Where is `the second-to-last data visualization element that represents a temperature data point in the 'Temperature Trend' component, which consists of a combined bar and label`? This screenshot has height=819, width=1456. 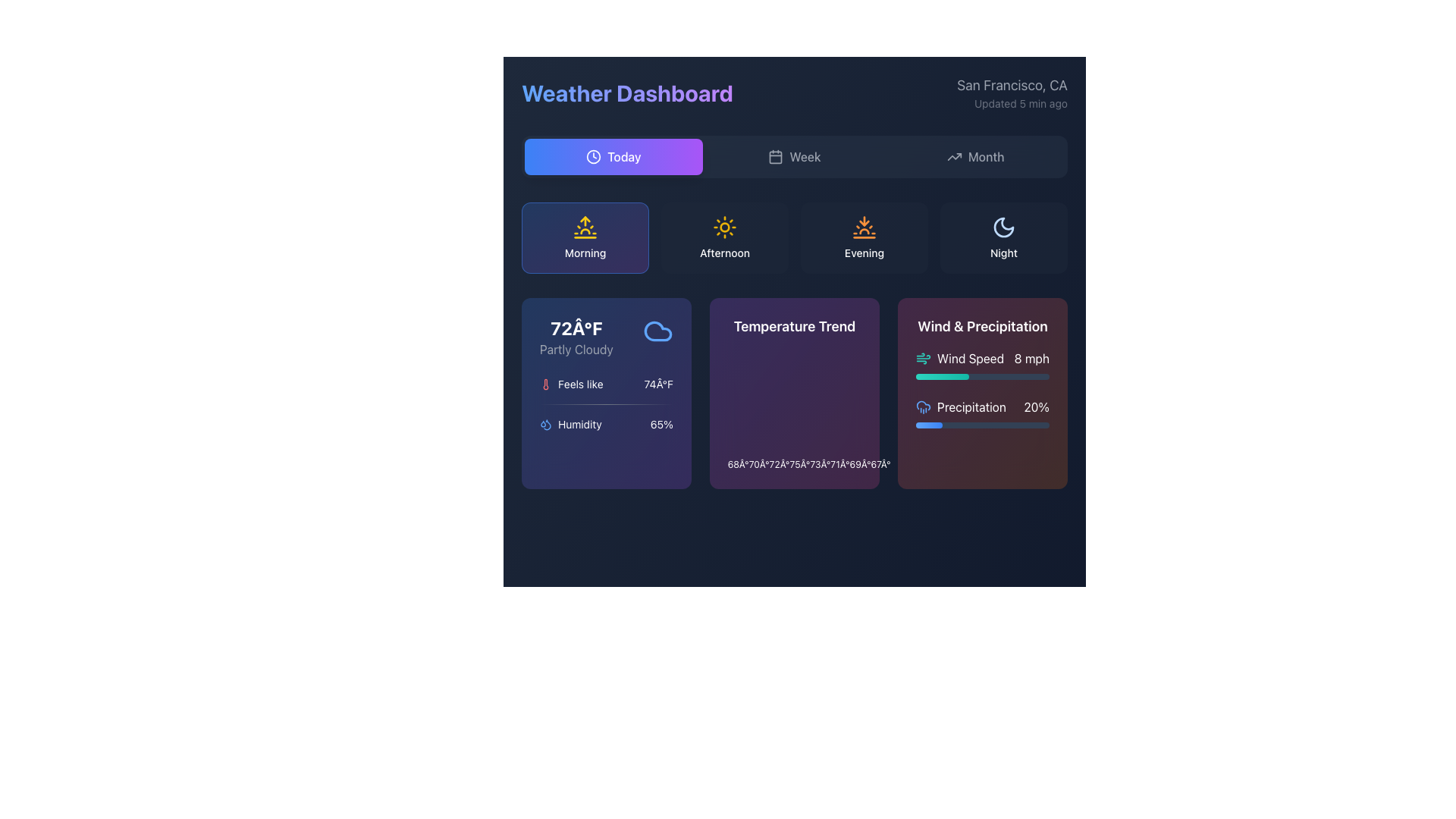
the second-to-last data visualization element that represents a temperature data point in the 'Temperature Trend' component, which consists of a combined bar and label is located at coordinates (860, 461).